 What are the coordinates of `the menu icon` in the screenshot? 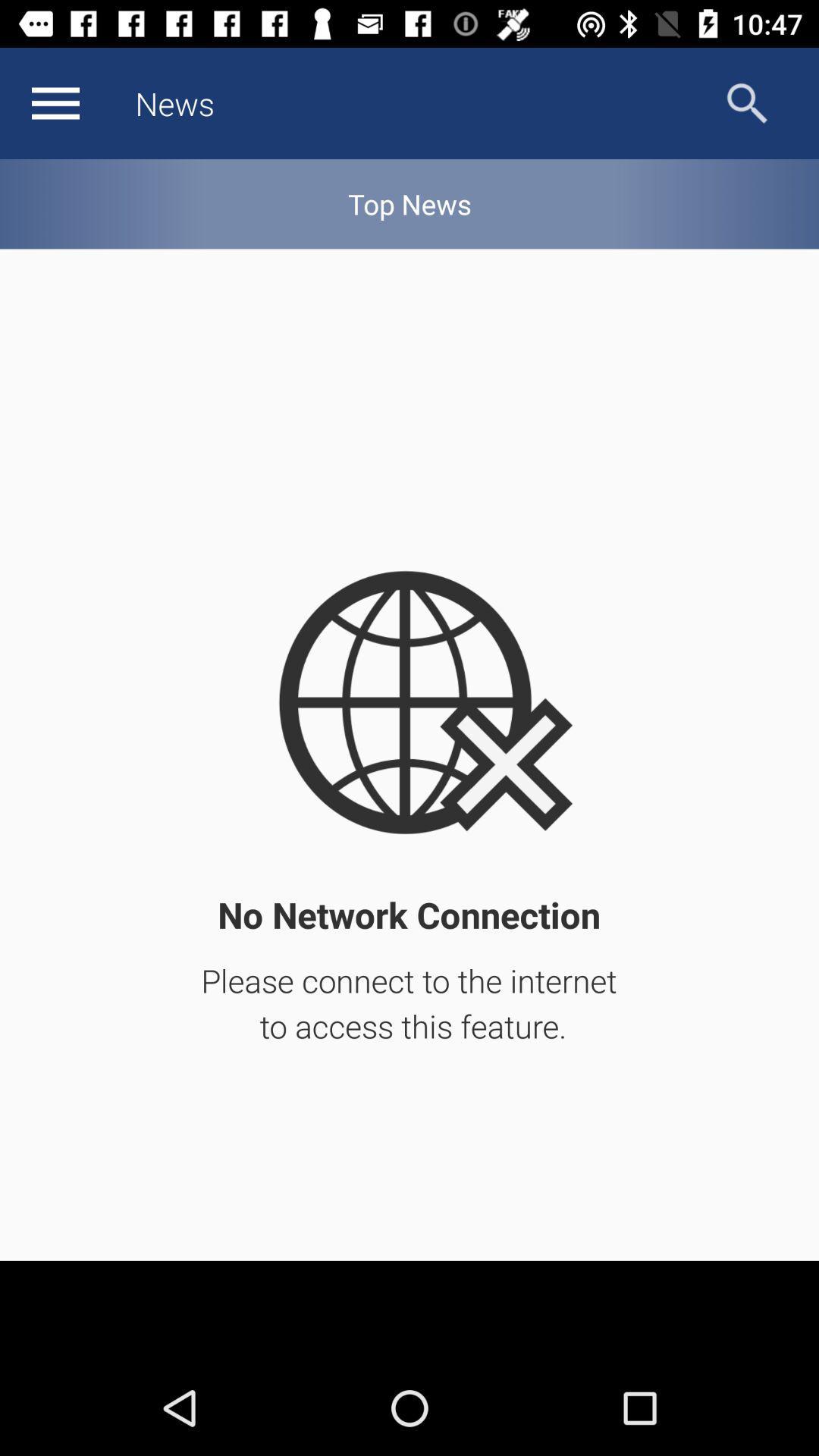 It's located at (55, 102).